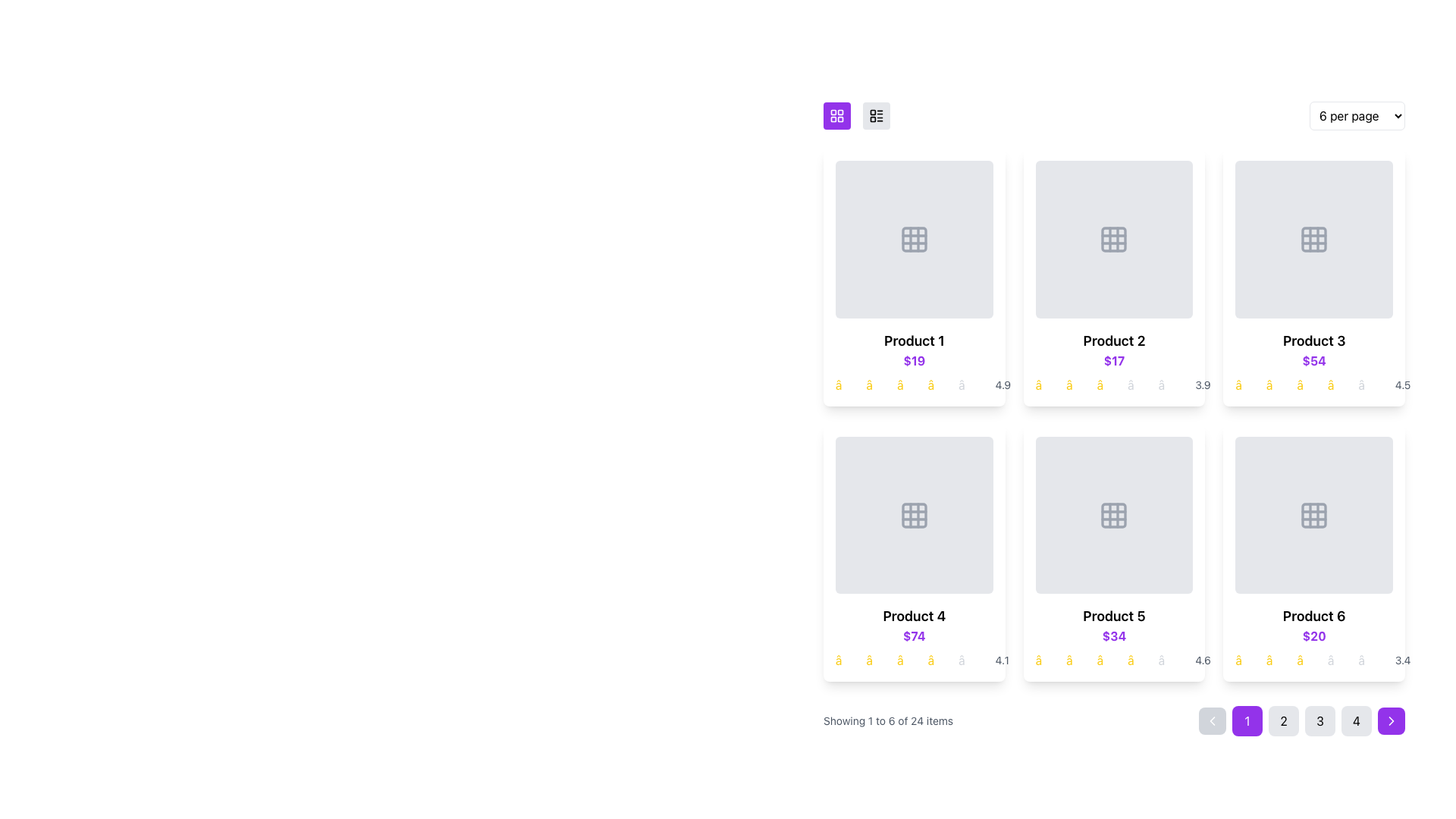 The width and height of the screenshot is (1456, 819). Describe the element at coordinates (1283, 720) in the screenshot. I see `the second pagination button with the number '2', which has a light gray background and changes to purple with white text on hover` at that location.